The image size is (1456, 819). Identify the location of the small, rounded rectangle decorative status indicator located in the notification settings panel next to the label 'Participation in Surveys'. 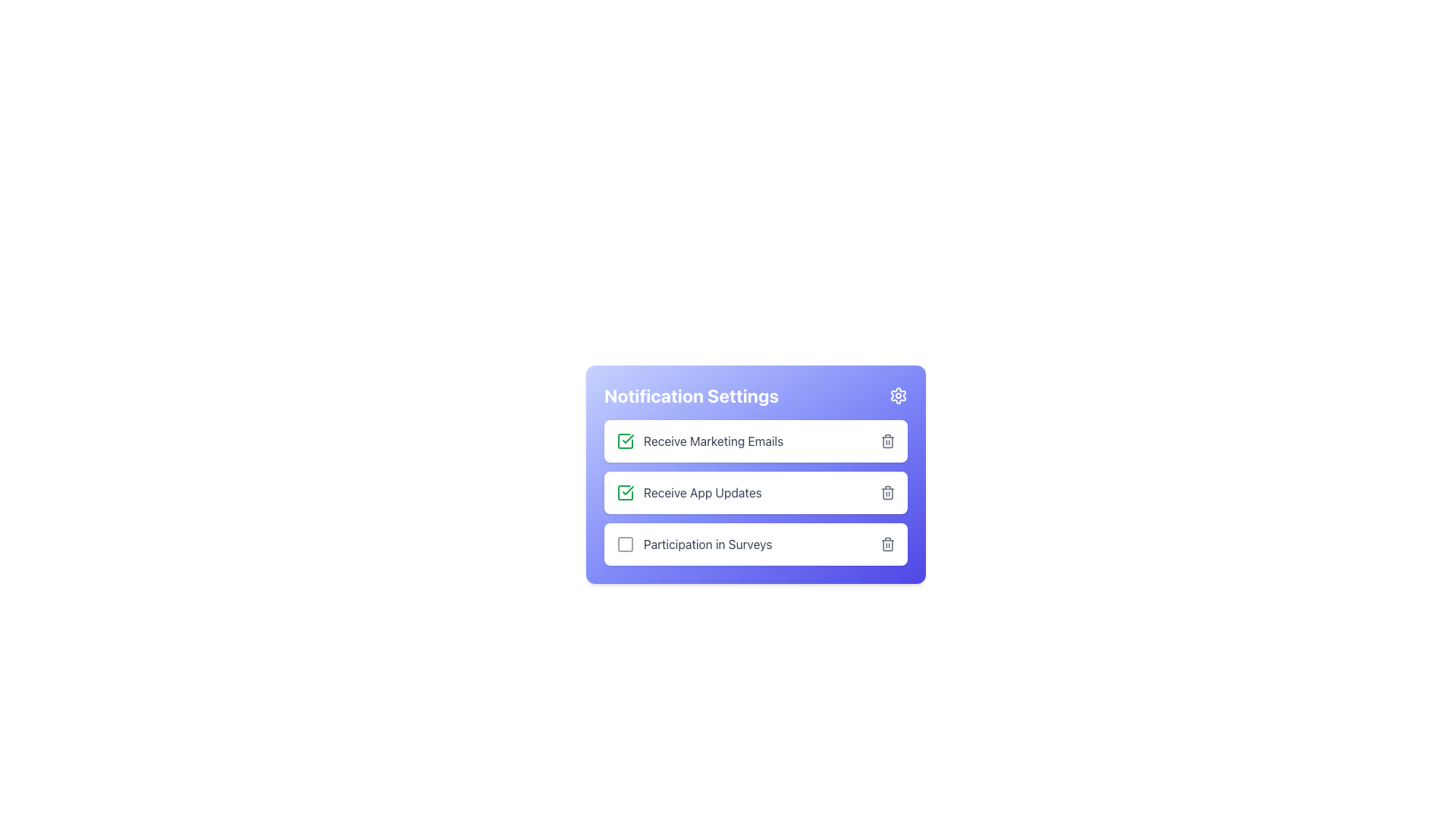
(626, 543).